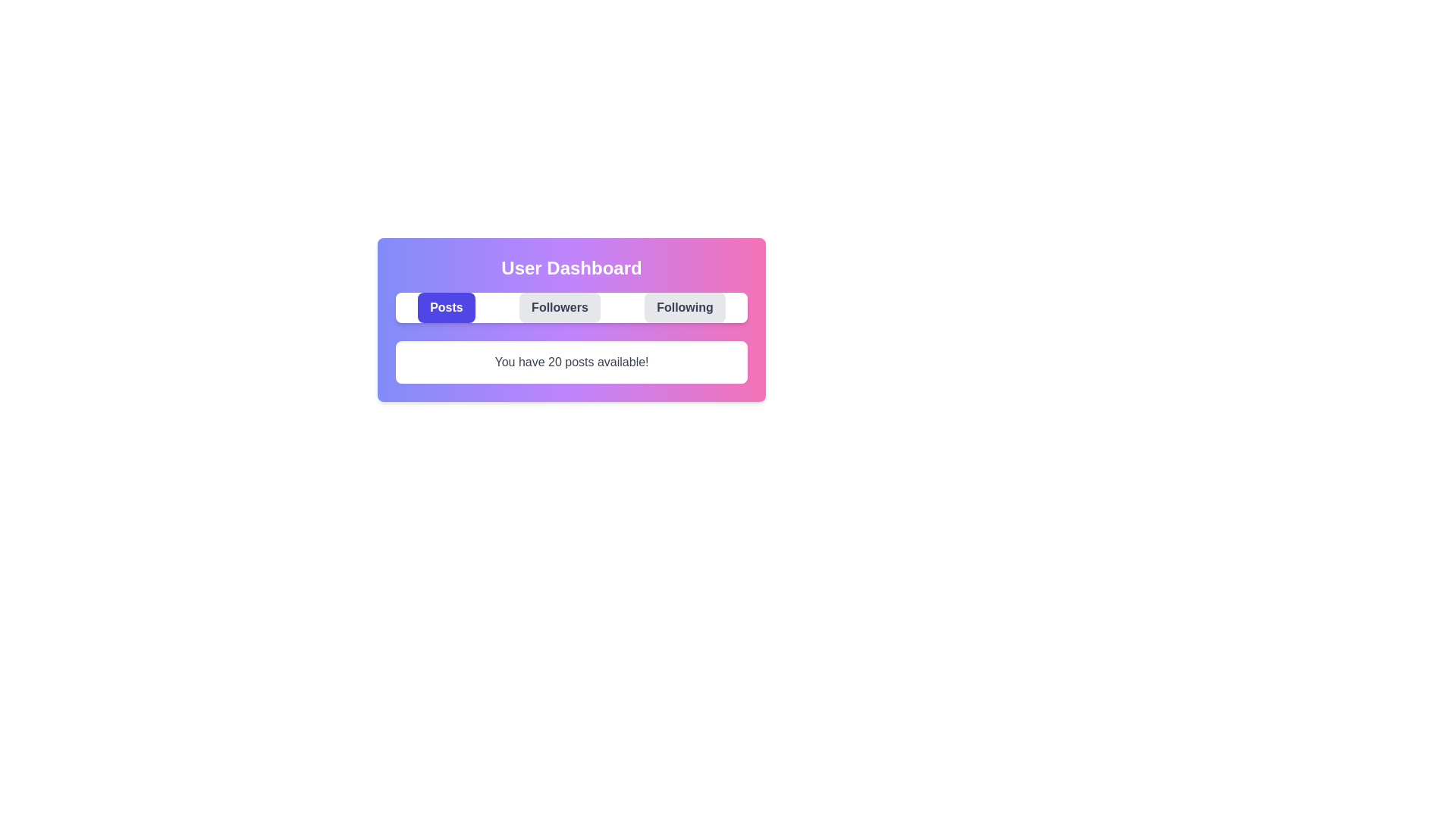 This screenshot has width=1456, height=819. What do you see at coordinates (570, 362) in the screenshot?
I see `text from the Text Label that displays 'You have 20 posts available!' located at the bottom section of the gradient-styled dashboard` at bounding box center [570, 362].